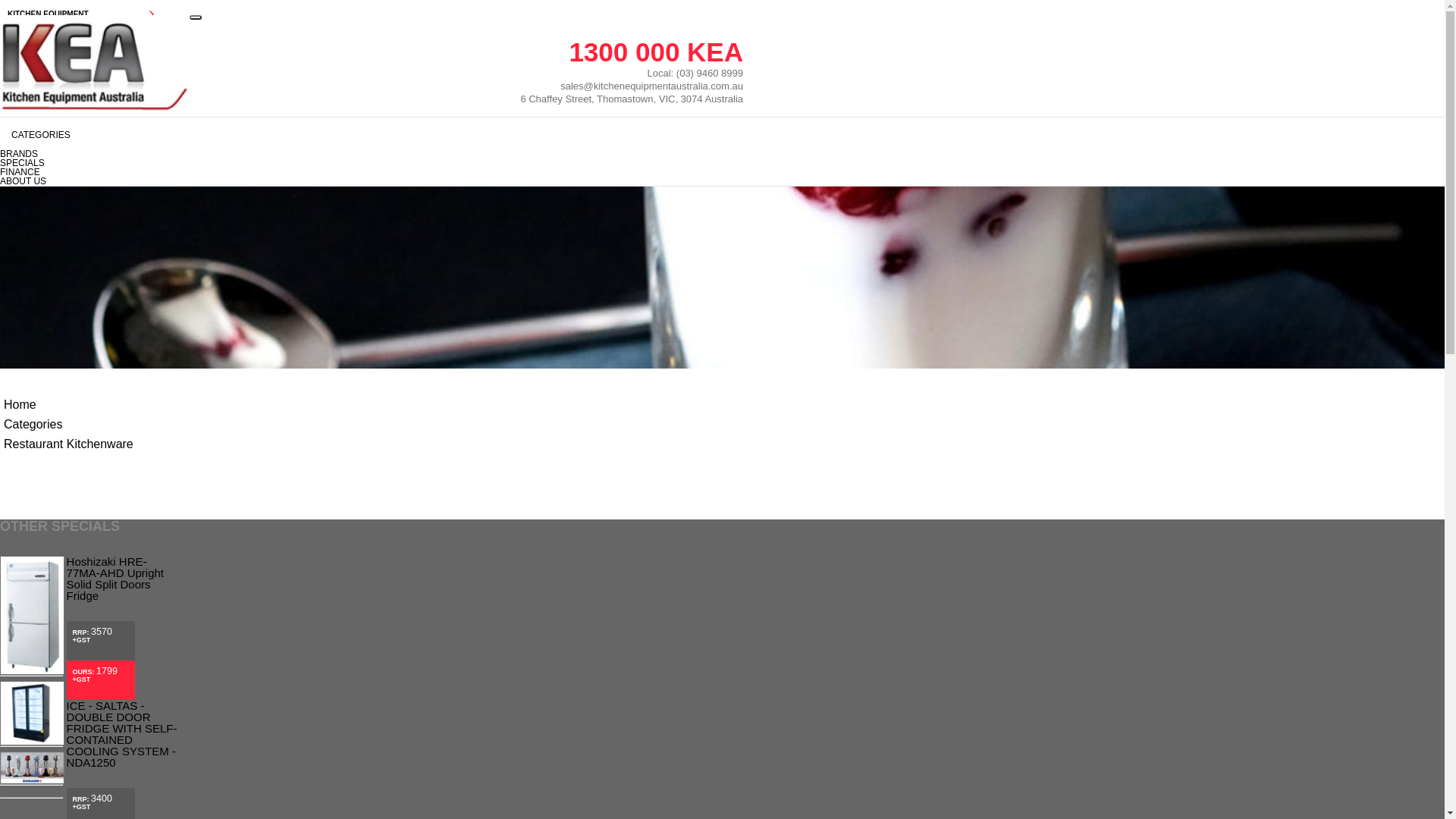  Describe the element at coordinates (83, 338) in the screenshot. I see `'RESTAURANT AND CAFE FURNITURE'` at that location.